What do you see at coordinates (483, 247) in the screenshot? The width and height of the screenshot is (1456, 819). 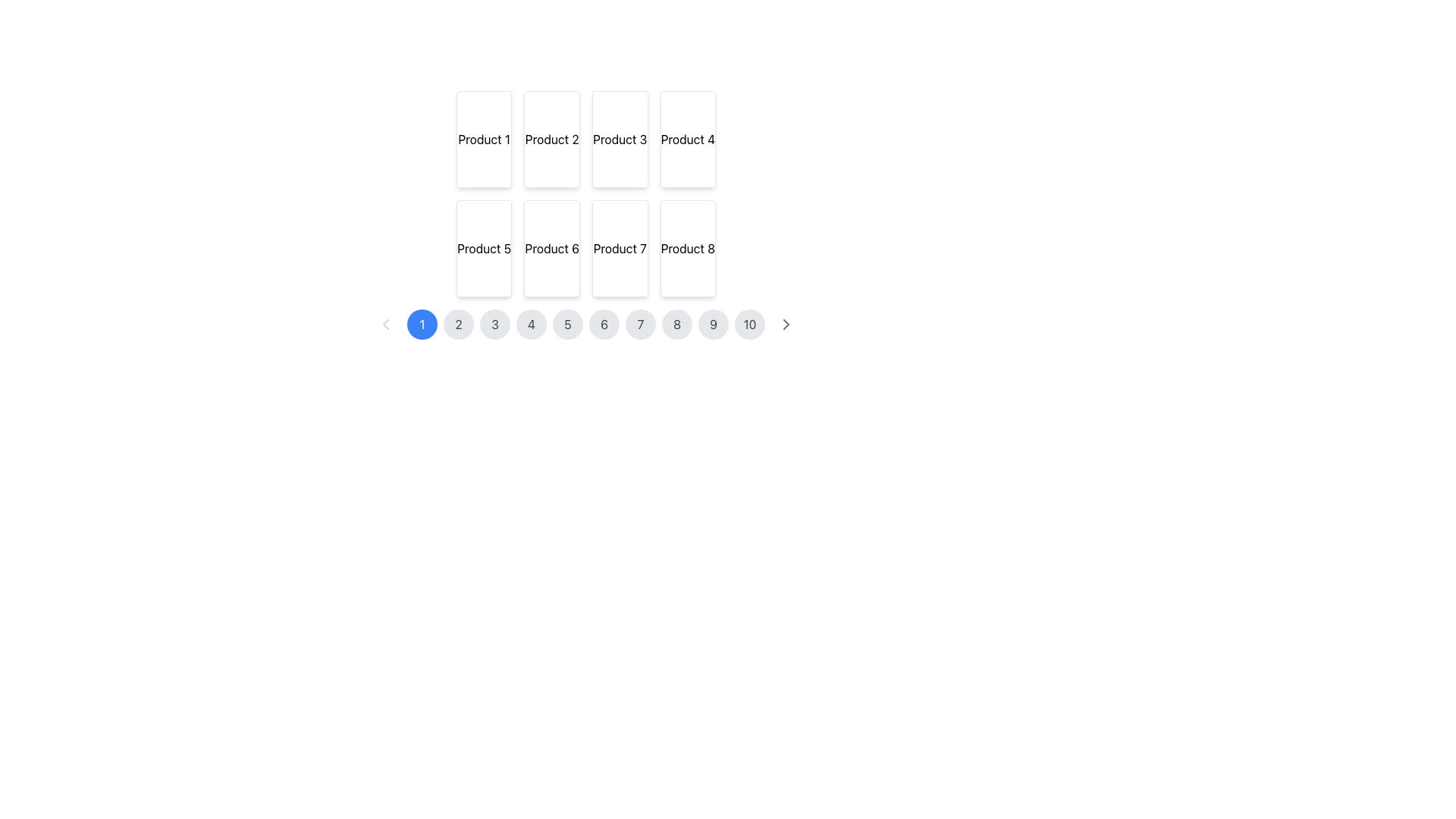 I see `the rectangular card labeled 'Product 5' with a white background and rounded borders, located in the second row, first column of the grid layout` at bounding box center [483, 247].